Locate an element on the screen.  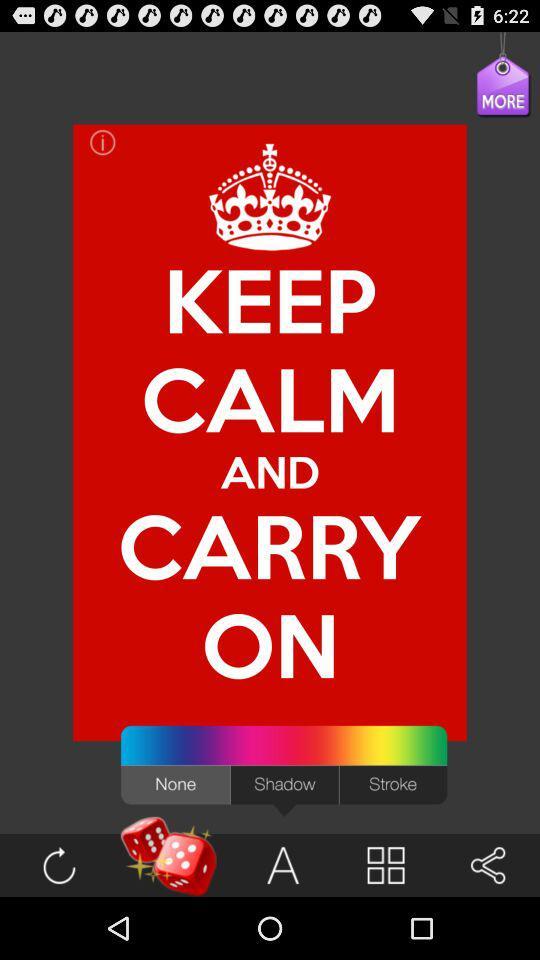
keep item is located at coordinates (270, 299).